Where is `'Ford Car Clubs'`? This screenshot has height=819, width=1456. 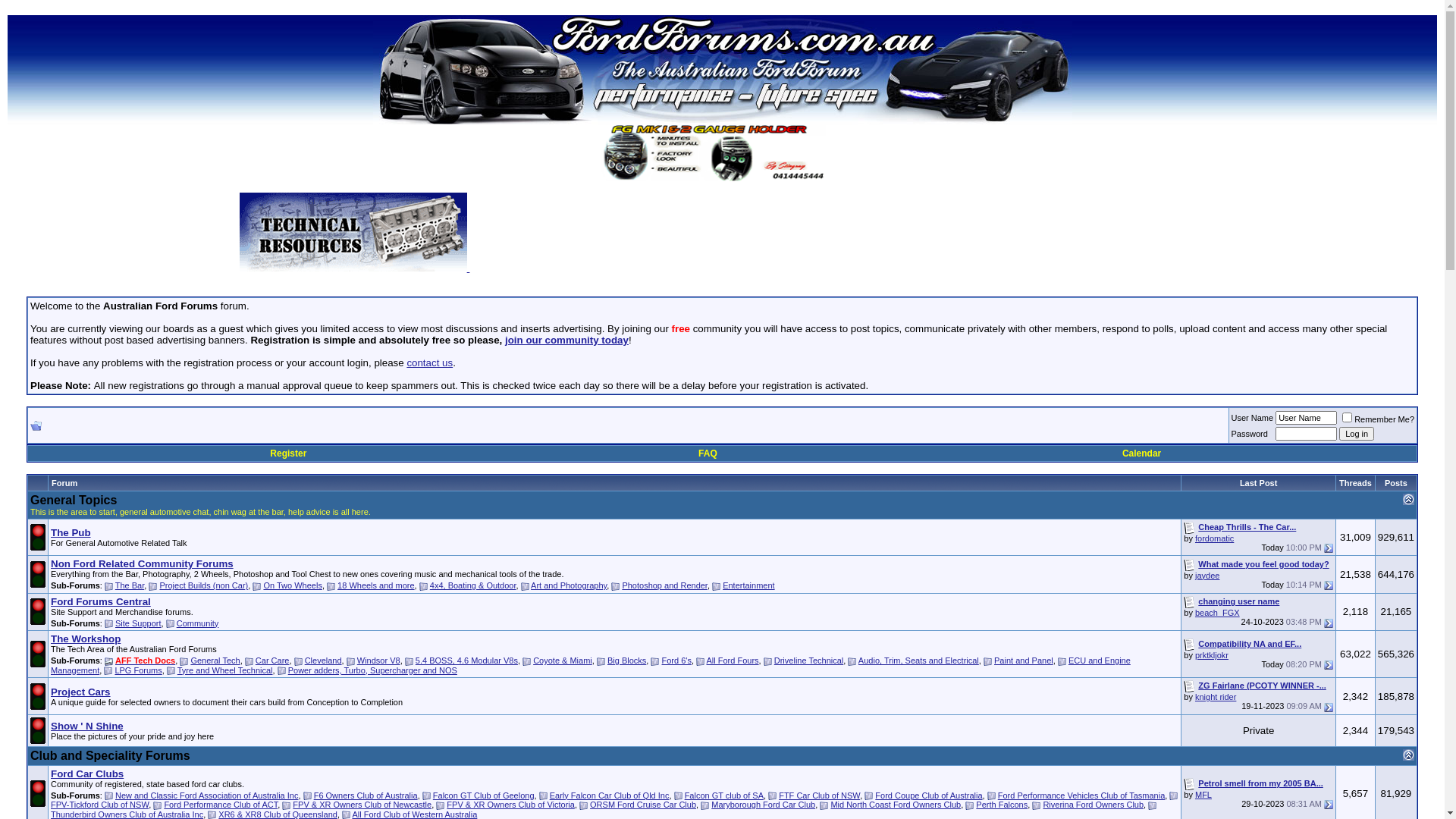 'Ford Car Clubs' is located at coordinates (86, 773).